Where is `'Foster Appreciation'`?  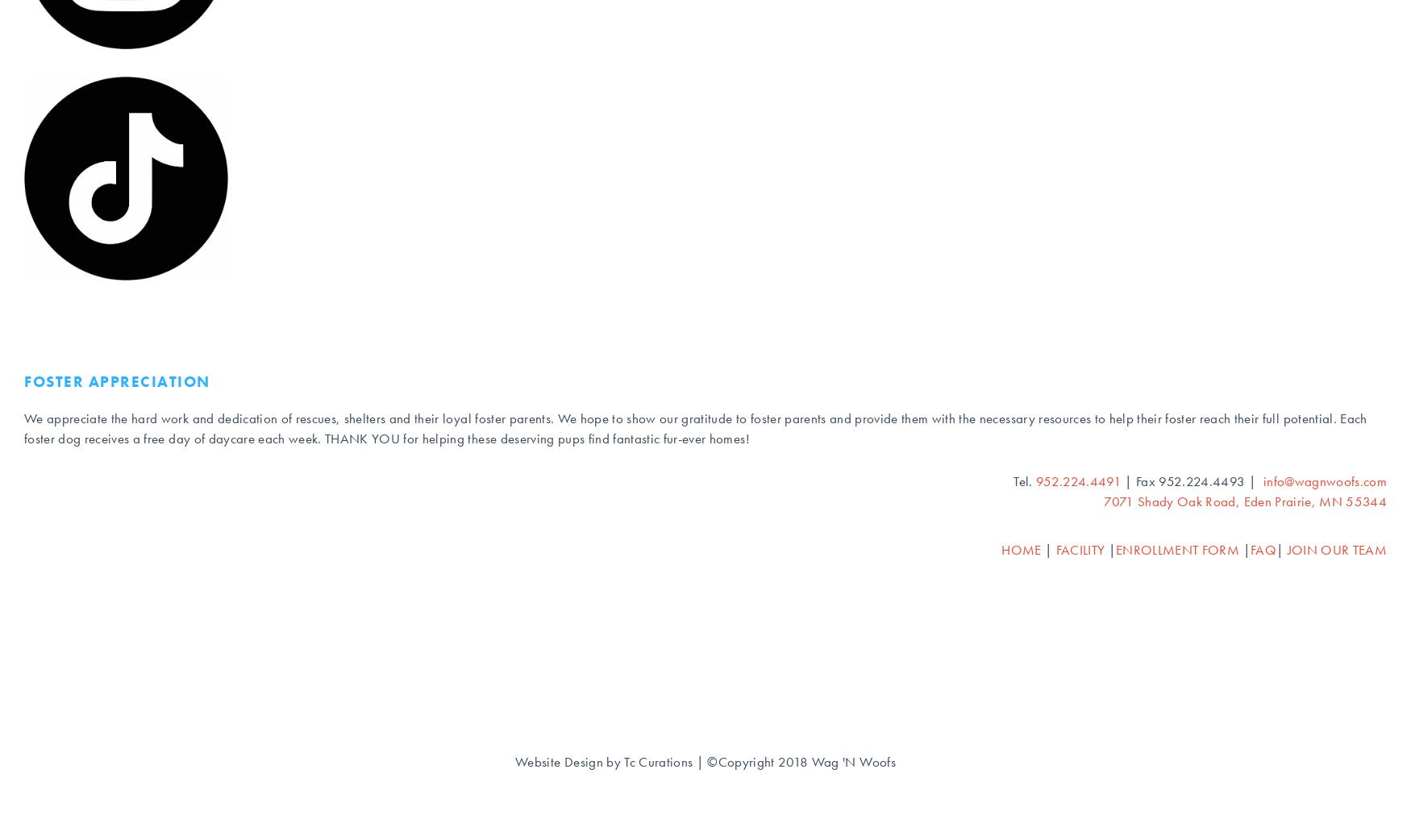
'Foster Appreciation' is located at coordinates (116, 380).